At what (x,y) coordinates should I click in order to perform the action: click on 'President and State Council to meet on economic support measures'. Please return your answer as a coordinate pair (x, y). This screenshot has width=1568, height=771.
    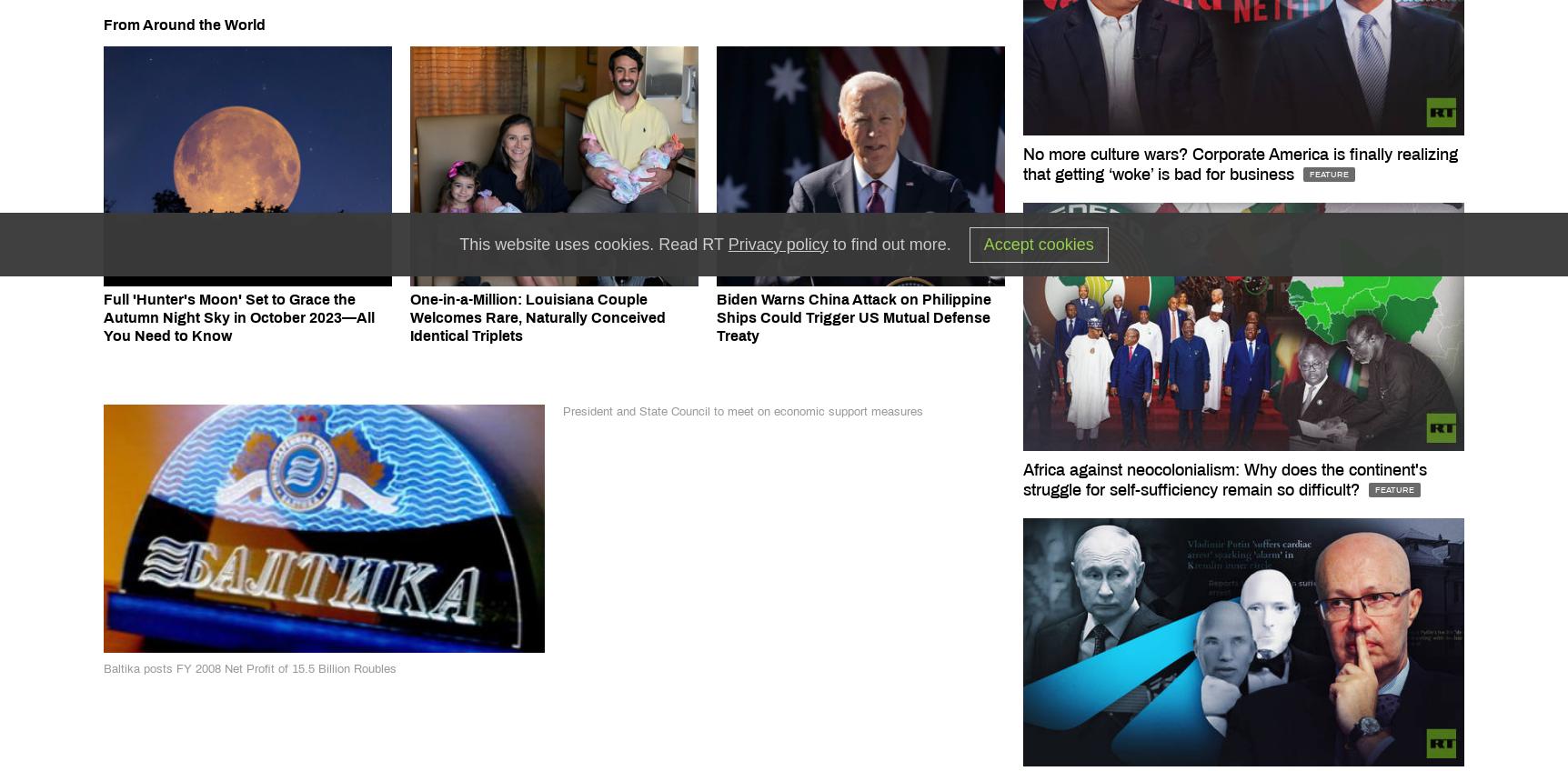
    Looking at the image, I should click on (742, 411).